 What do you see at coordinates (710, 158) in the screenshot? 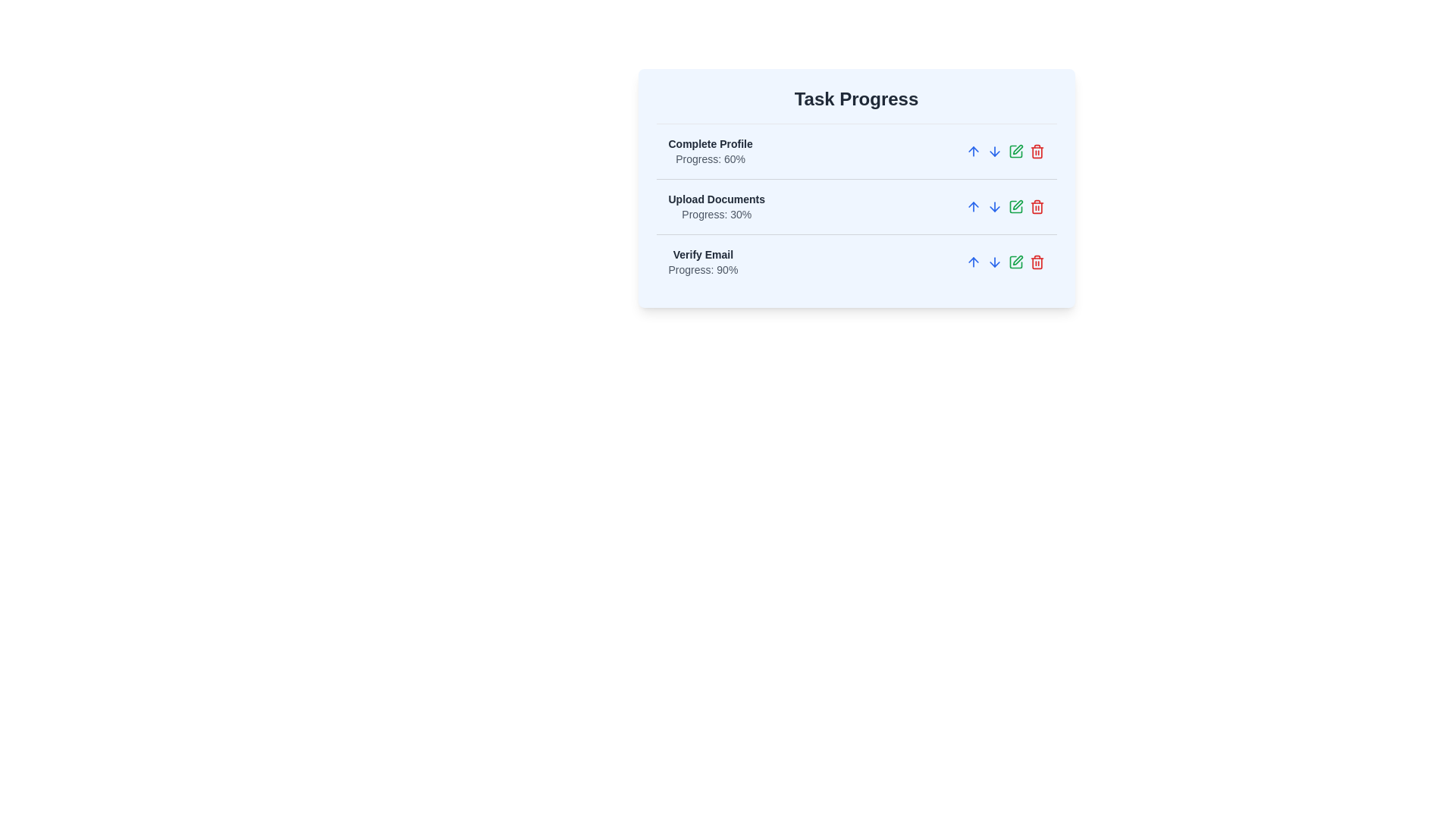
I see `the text label displaying 'Progress: 60%' which is located below the 'Complete Profile' text in the task card layout` at bounding box center [710, 158].